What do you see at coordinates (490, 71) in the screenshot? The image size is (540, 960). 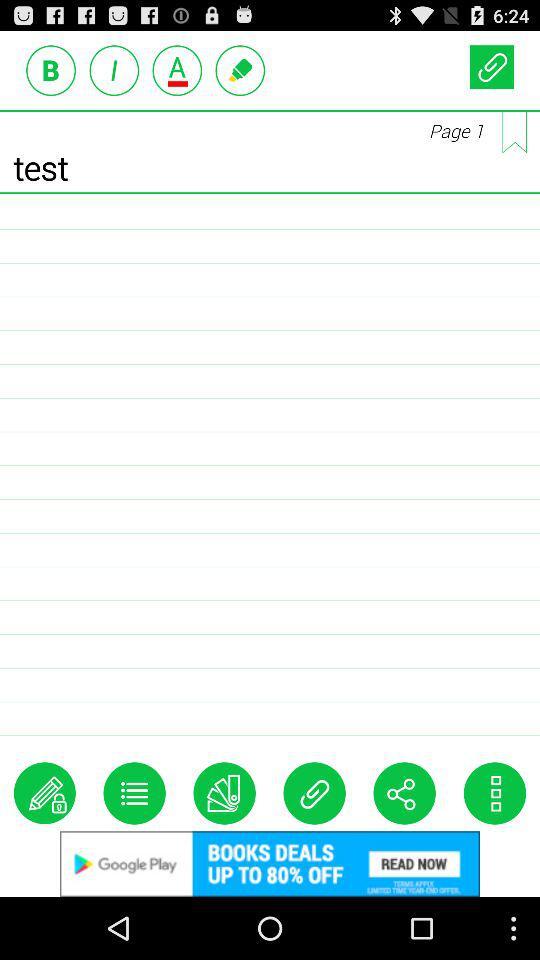 I see `the attach_file icon` at bounding box center [490, 71].